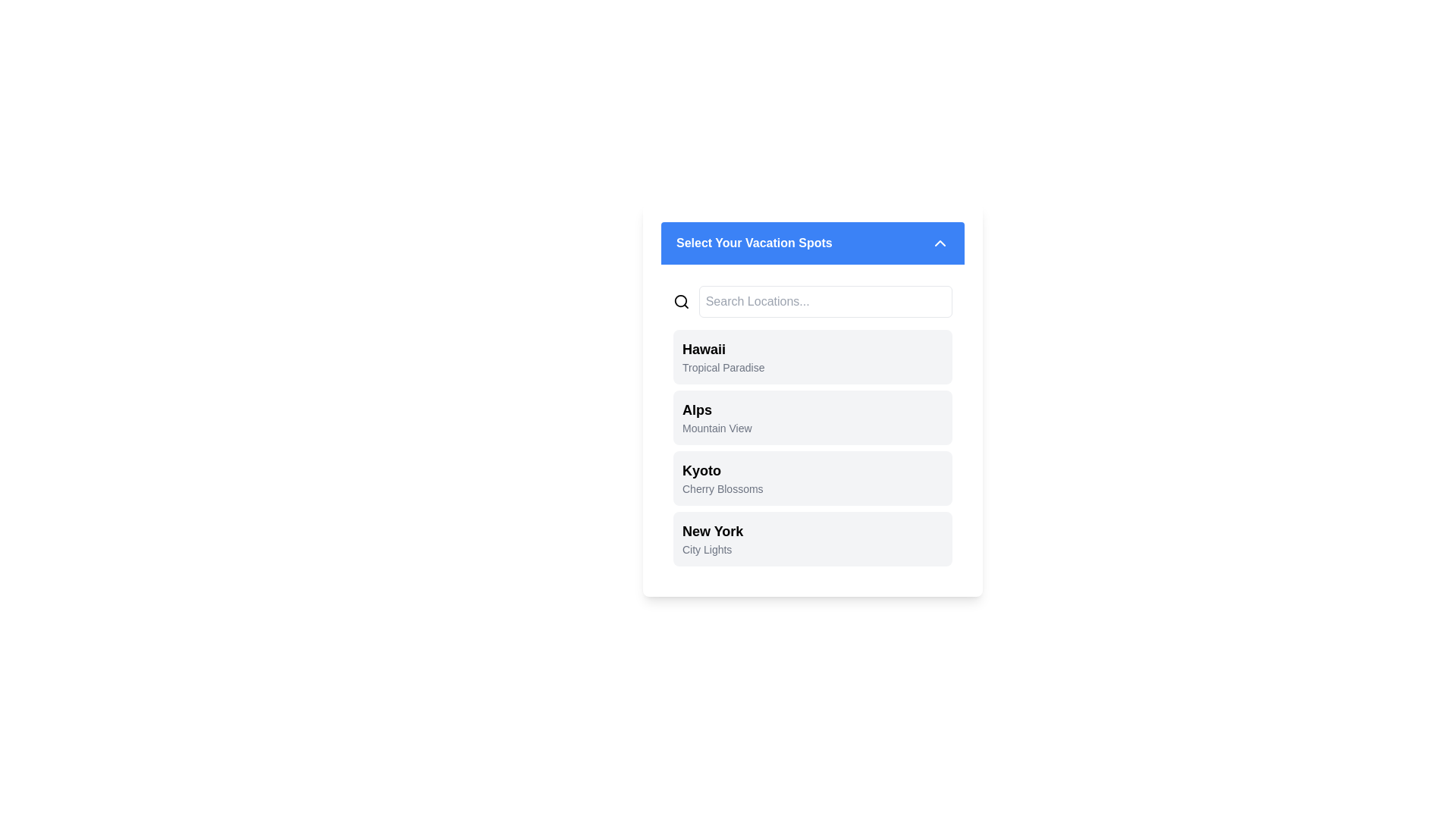  Describe the element at coordinates (716, 418) in the screenshot. I see `the textual display that shows 'Alps' and 'Mountain View', which is the second item in a vertical list of selectable items in a card-style layout` at that location.